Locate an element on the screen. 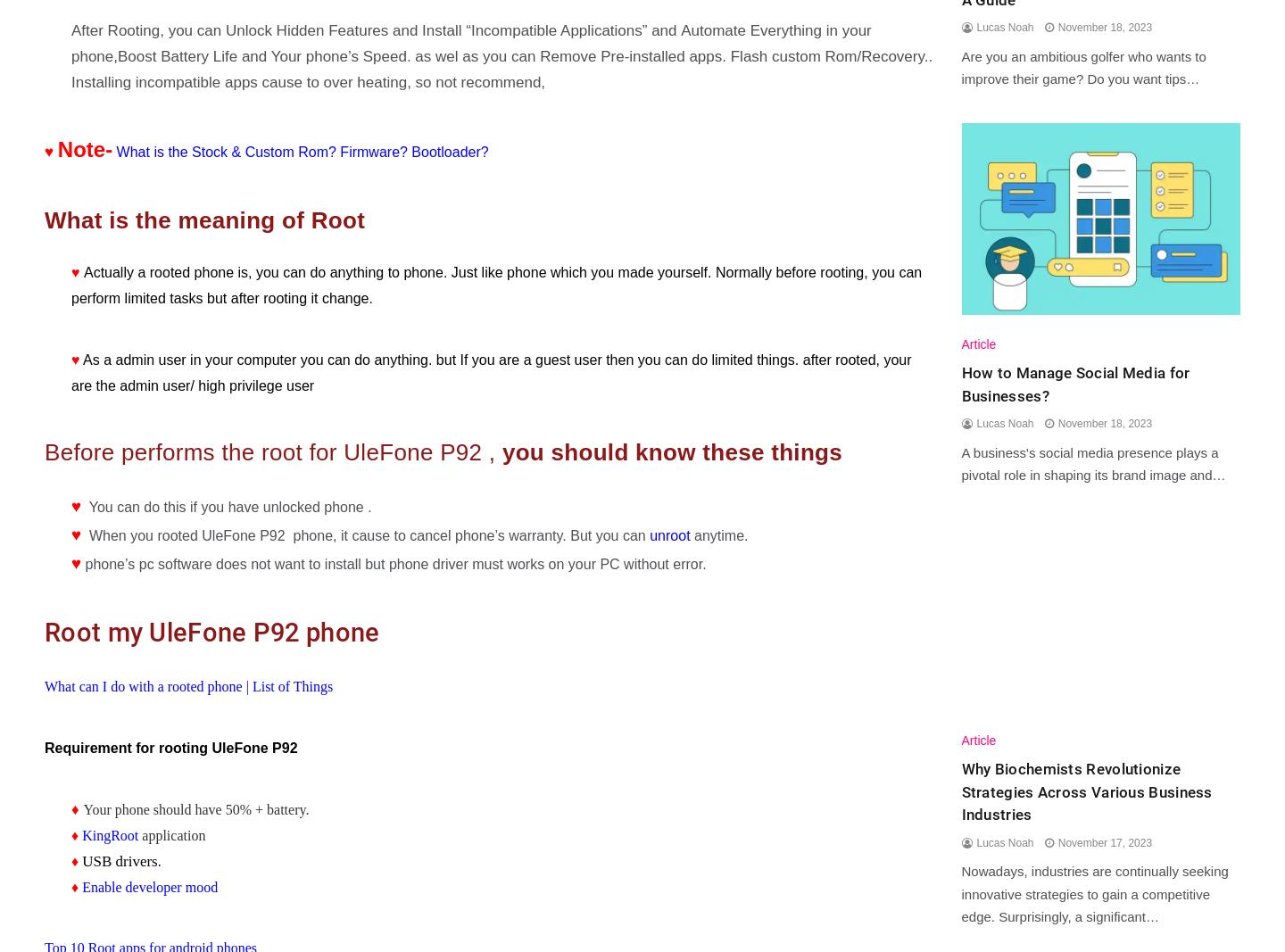 Image resolution: width=1285 pixels, height=952 pixels. 'What can I do with a rooted phone | List of Things' is located at coordinates (188, 685).